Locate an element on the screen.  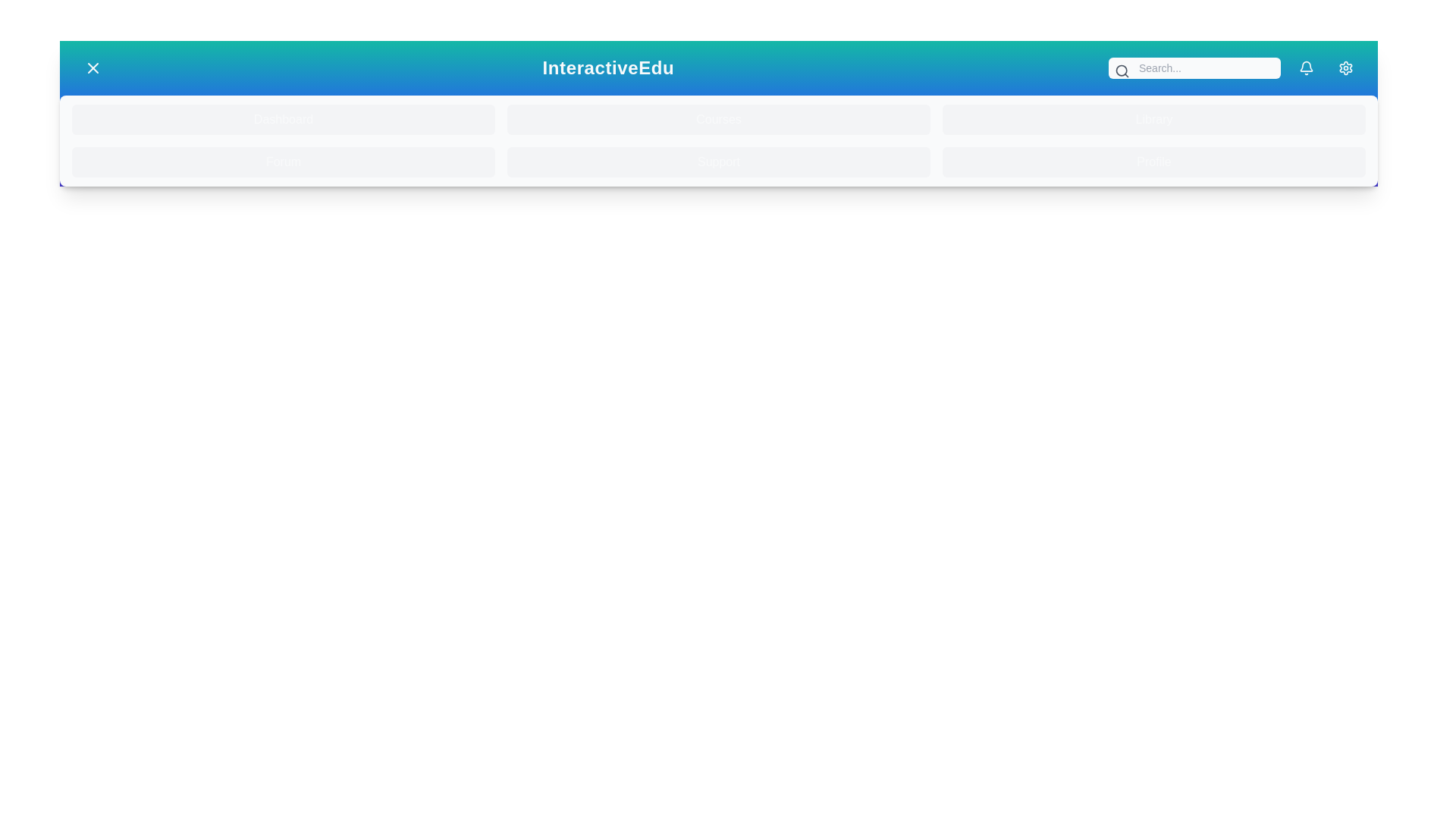
the menu item Dashboard from the menu is located at coordinates (284, 119).